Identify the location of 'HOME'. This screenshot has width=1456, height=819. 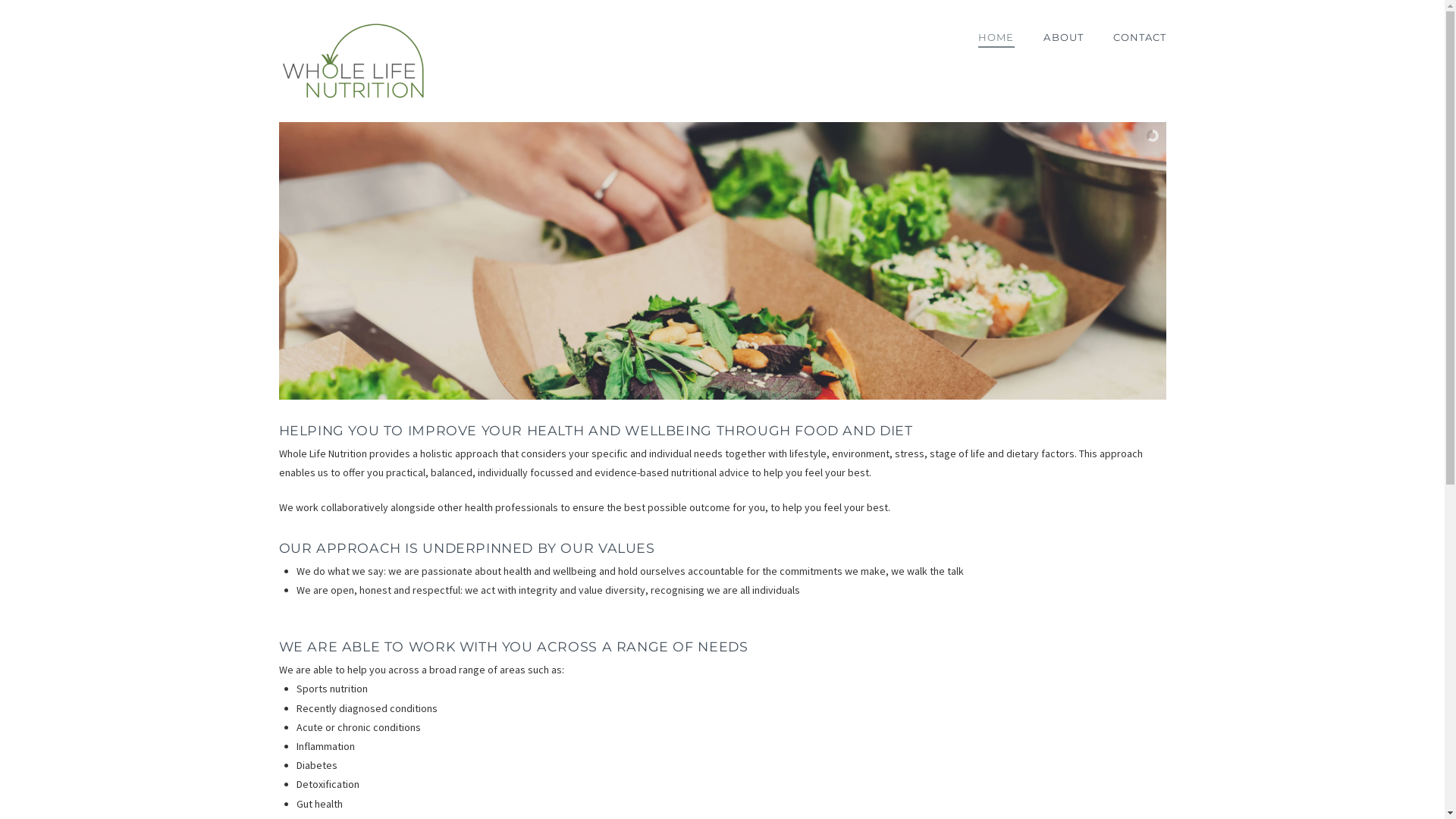
(962, 37).